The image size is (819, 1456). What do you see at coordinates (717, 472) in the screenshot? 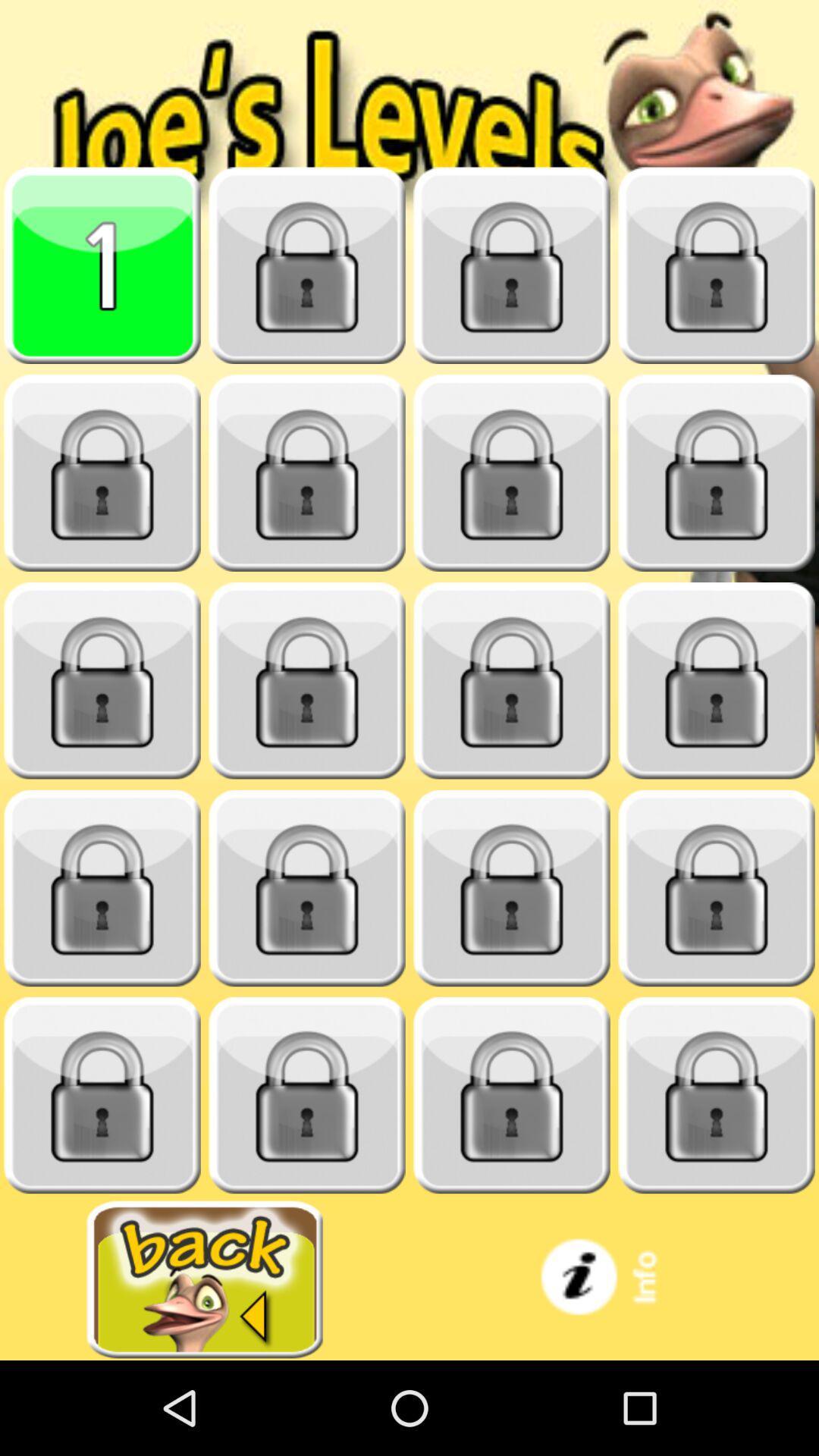
I see `level` at bounding box center [717, 472].